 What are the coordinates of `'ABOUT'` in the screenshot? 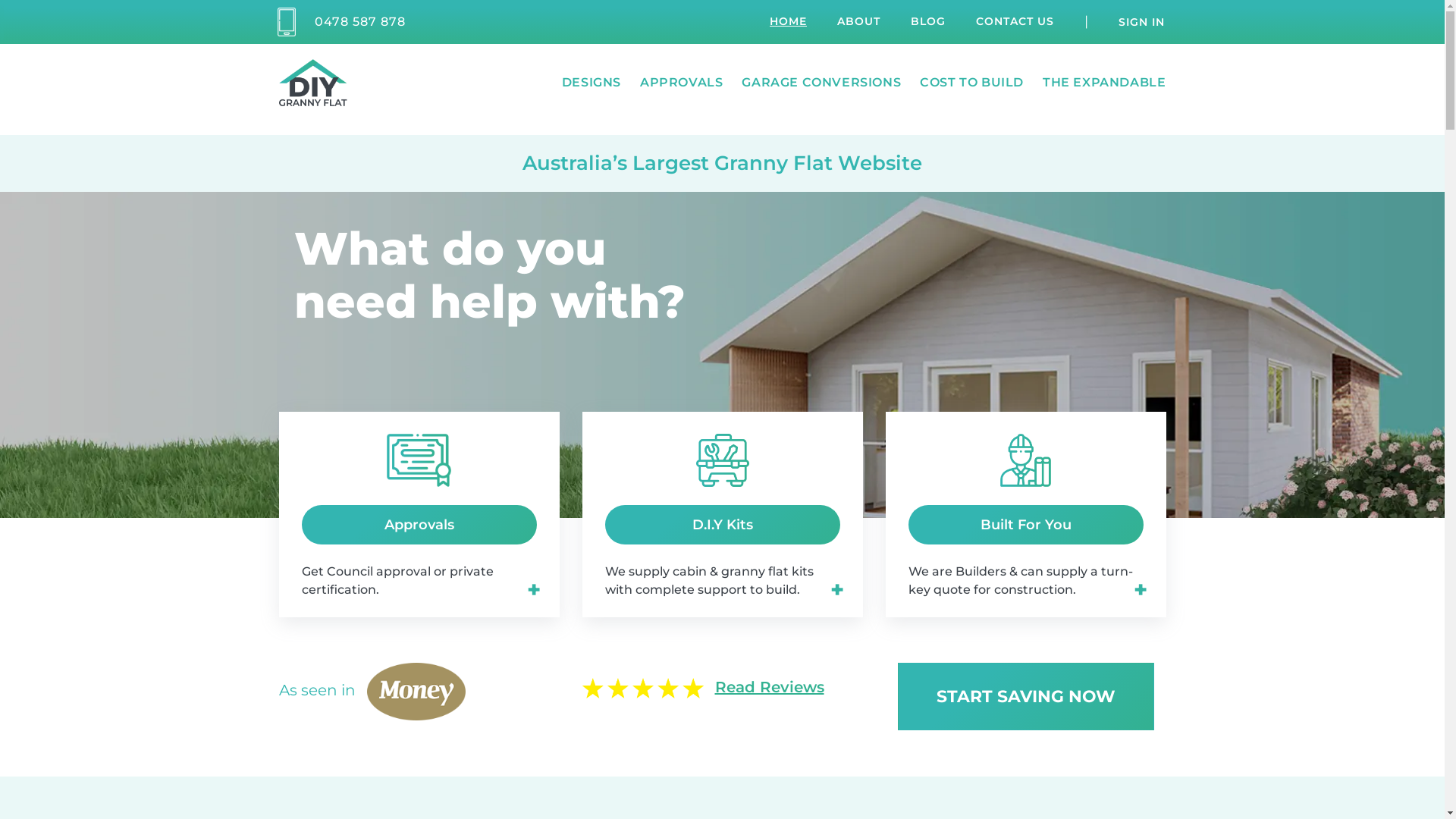 It's located at (858, 20).